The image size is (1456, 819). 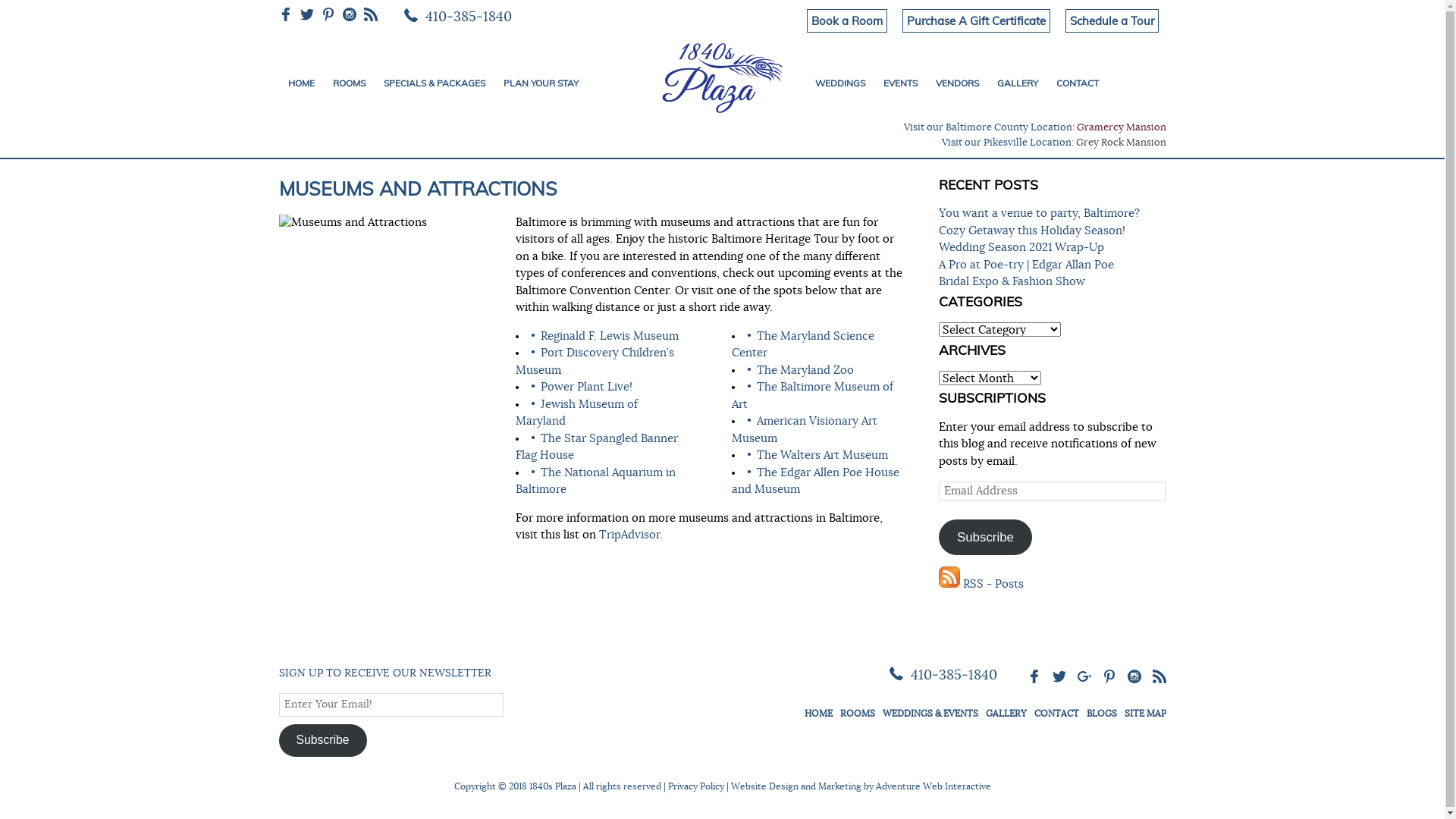 I want to click on 'VENDORS', so click(x=956, y=83).